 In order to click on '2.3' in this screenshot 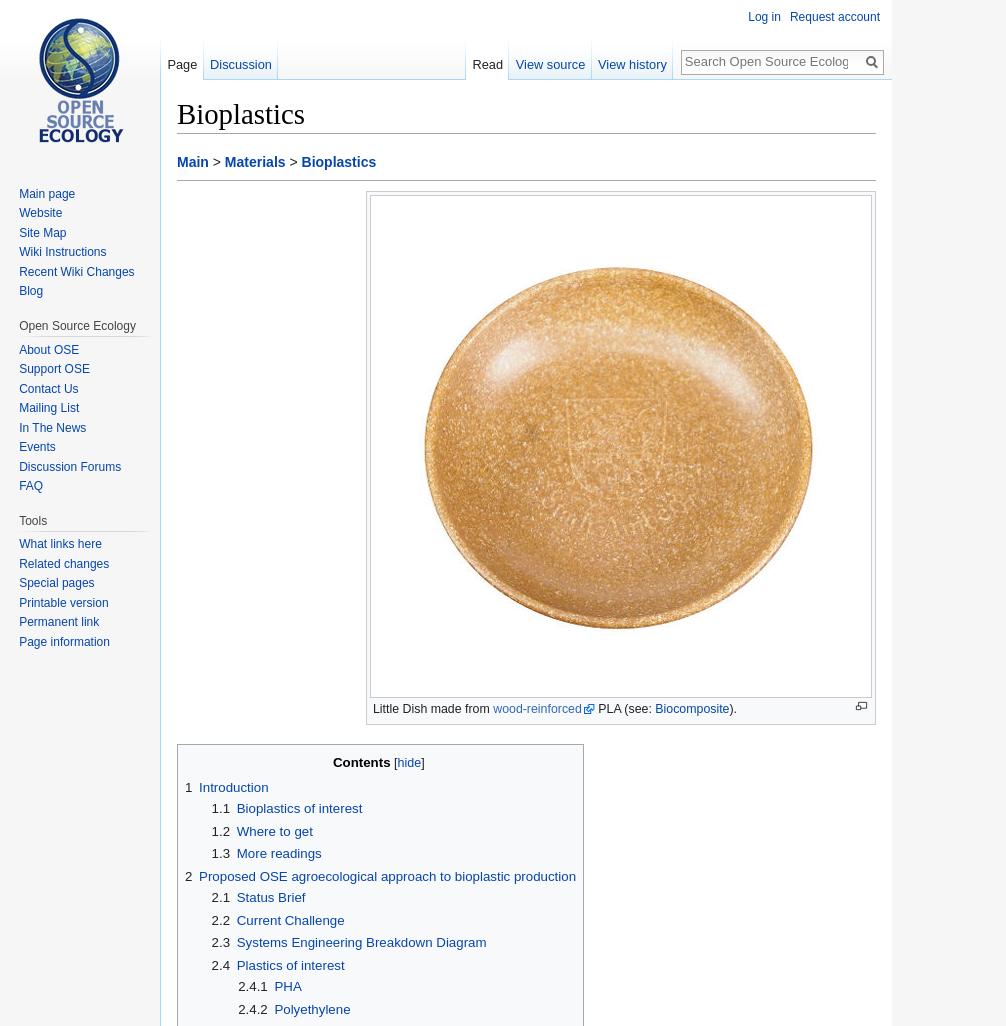, I will do `click(220, 942)`.